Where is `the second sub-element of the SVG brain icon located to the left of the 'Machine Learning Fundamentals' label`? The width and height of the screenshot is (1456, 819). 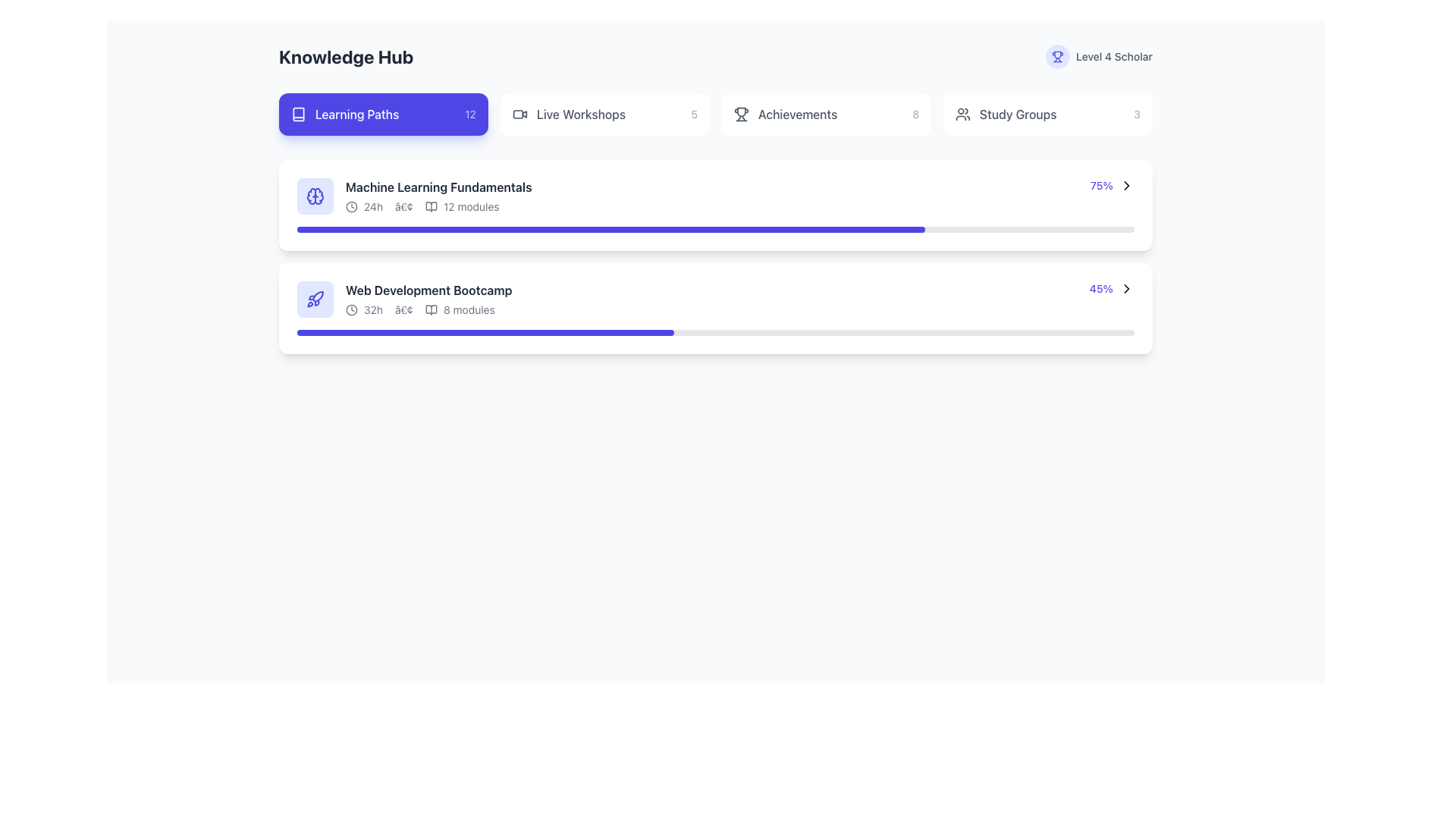
the second sub-element of the SVG brain icon located to the left of the 'Machine Learning Fundamentals' label is located at coordinates (318, 195).